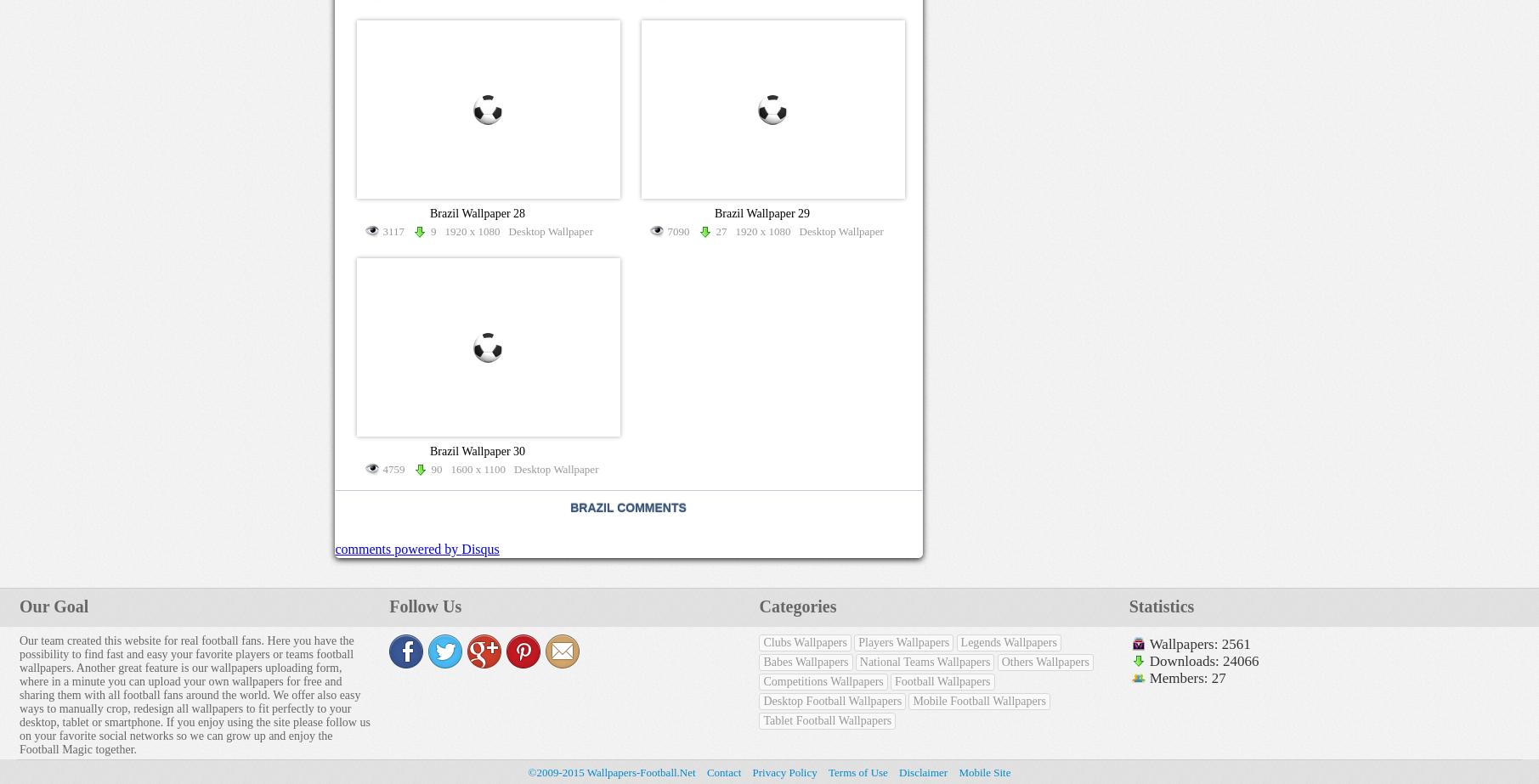  Describe the element at coordinates (1044, 661) in the screenshot. I see `'Others Wallpapers'` at that location.